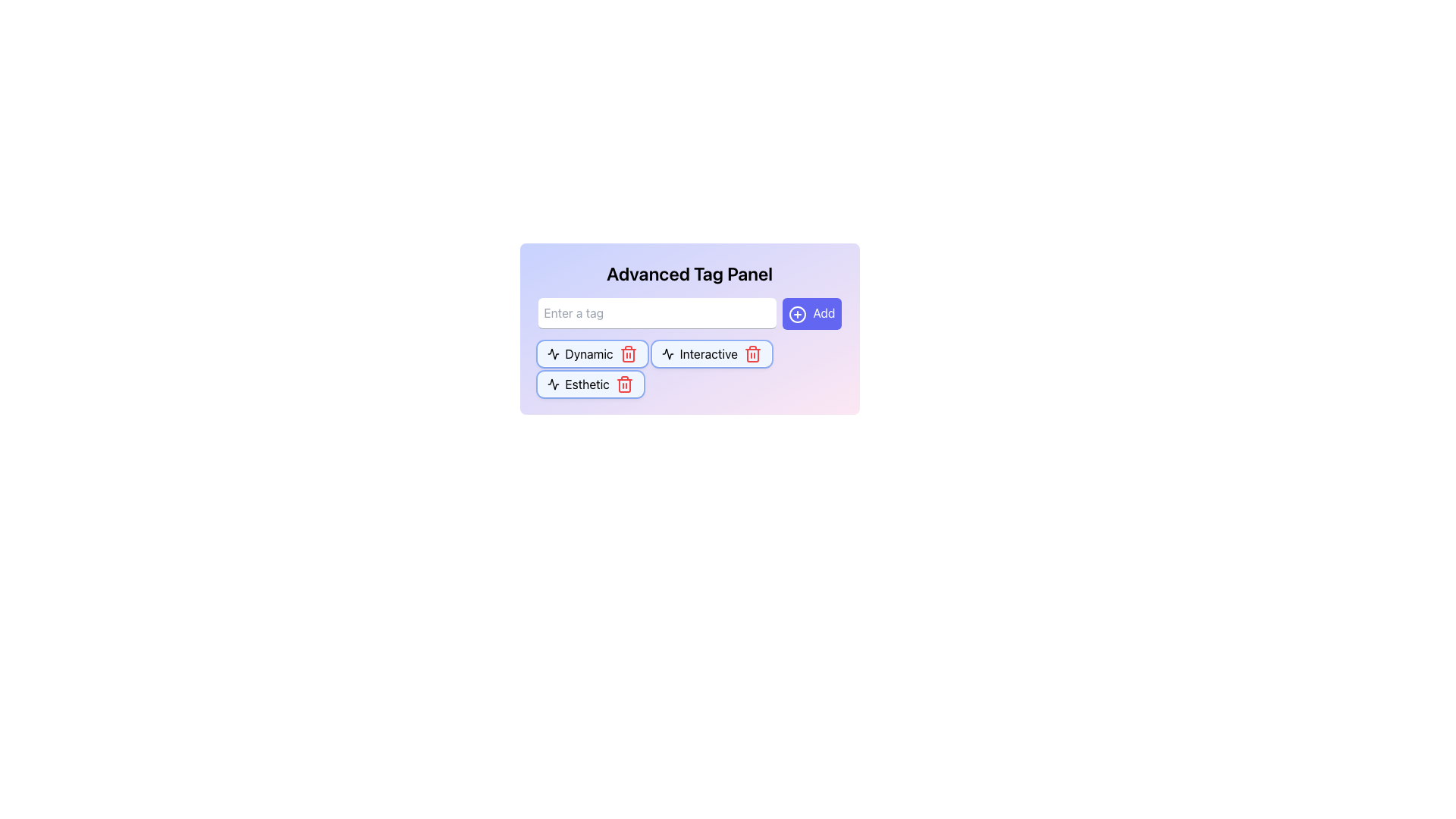 The width and height of the screenshot is (1456, 819). Describe the element at coordinates (708, 353) in the screenshot. I see `label of the second tag in the 'Advanced Tag Panel', which is positioned to the right of the 'Dynamic' tag and to the left of the delete button` at that location.